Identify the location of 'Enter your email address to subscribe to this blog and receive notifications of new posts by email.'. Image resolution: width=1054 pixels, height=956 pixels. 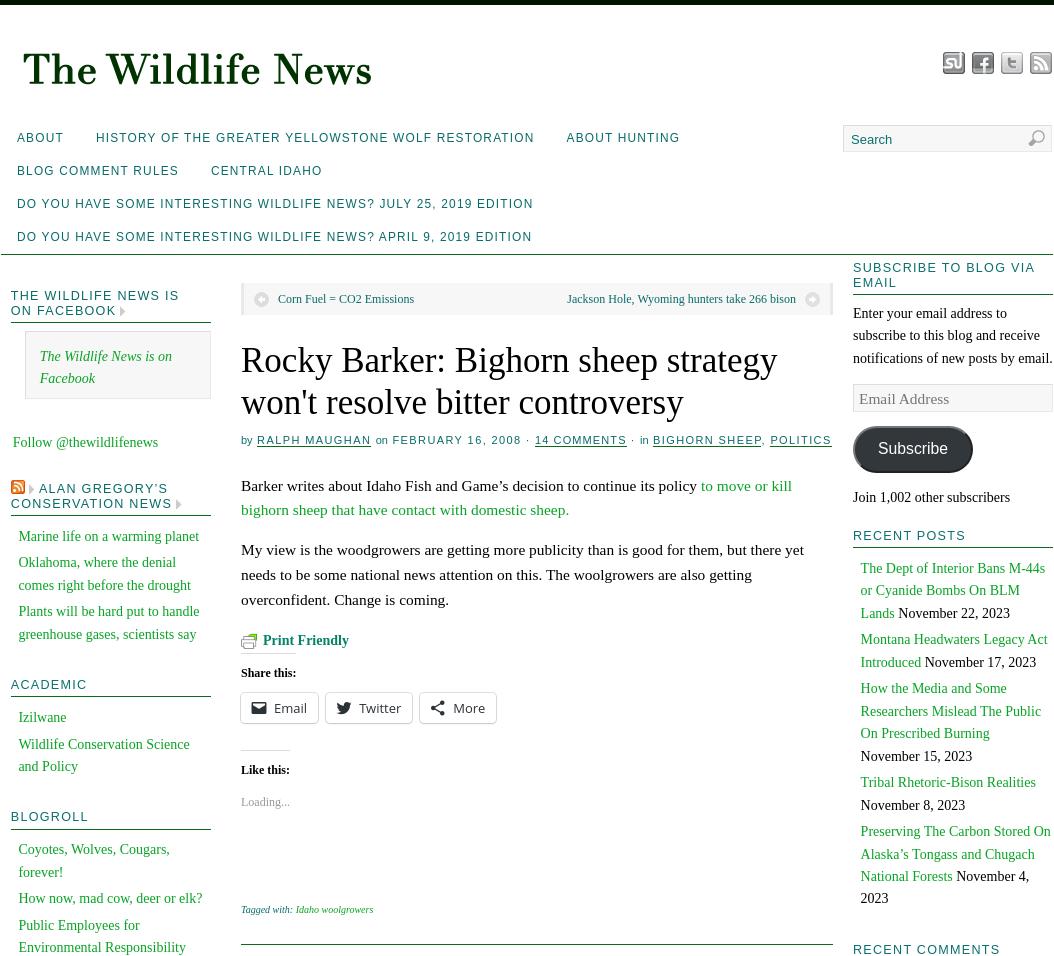
(952, 333).